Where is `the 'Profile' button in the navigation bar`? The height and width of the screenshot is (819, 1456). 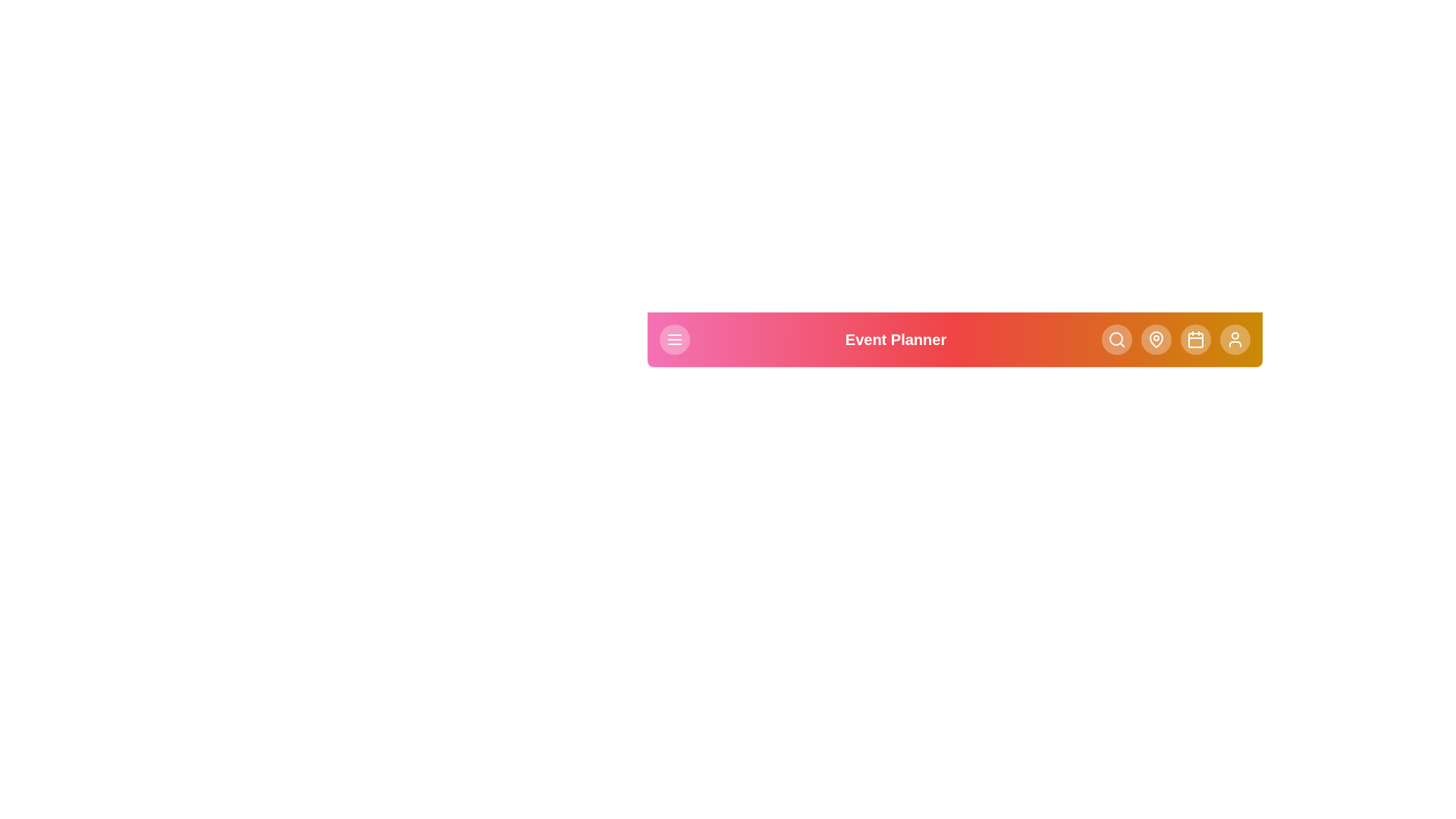
the 'Profile' button in the navigation bar is located at coordinates (1235, 338).